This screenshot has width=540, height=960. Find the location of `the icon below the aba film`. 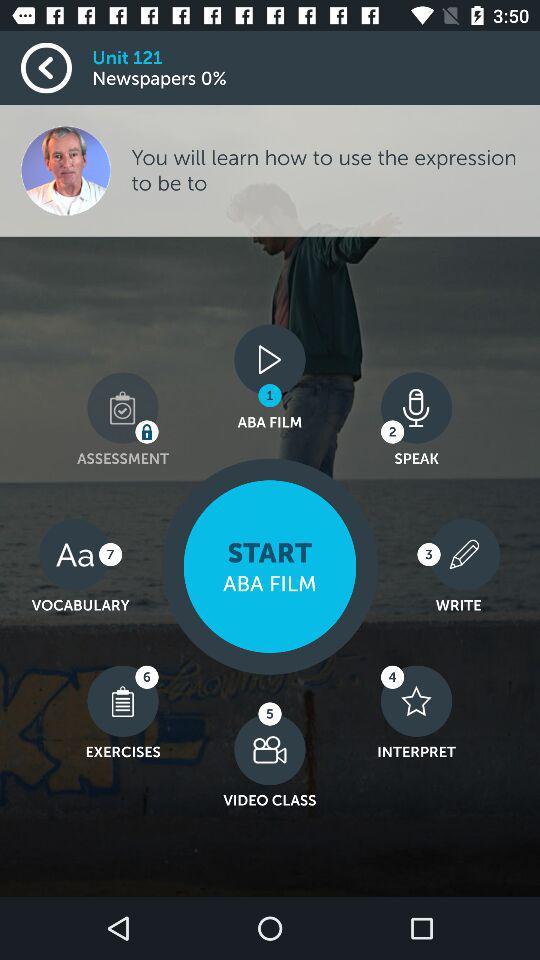

the icon below the aba film is located at coordinates (270, 566).